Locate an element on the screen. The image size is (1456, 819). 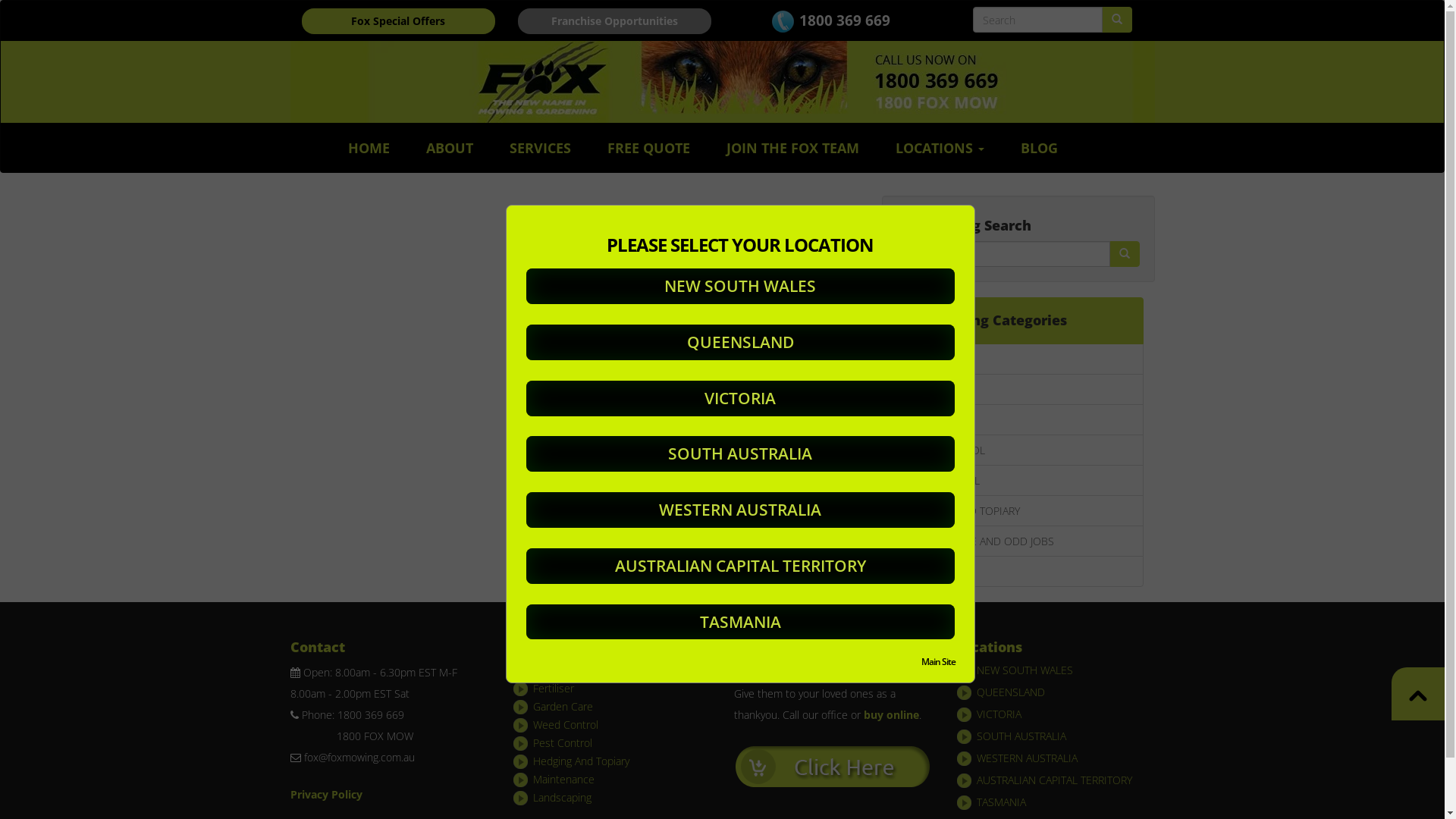
'Franchise Opportunities' is located at coordinates (613, 20).